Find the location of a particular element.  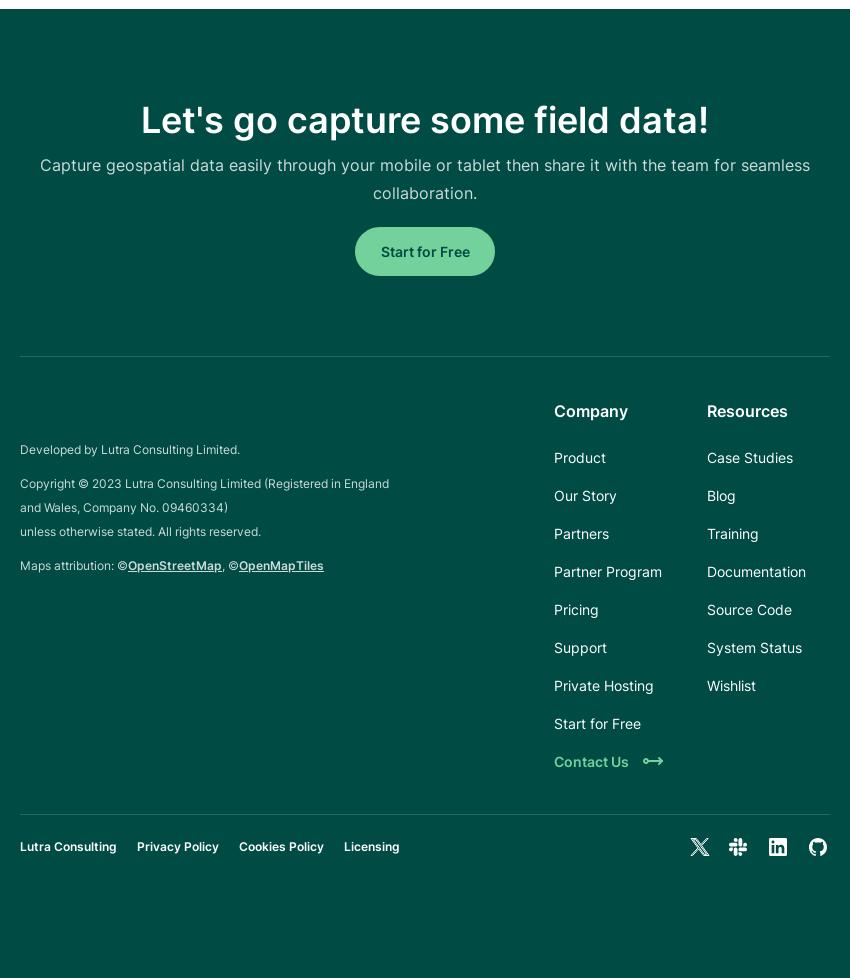

'unless otherwise stated. All rights reserved.' is located at coordinates (140, 531).